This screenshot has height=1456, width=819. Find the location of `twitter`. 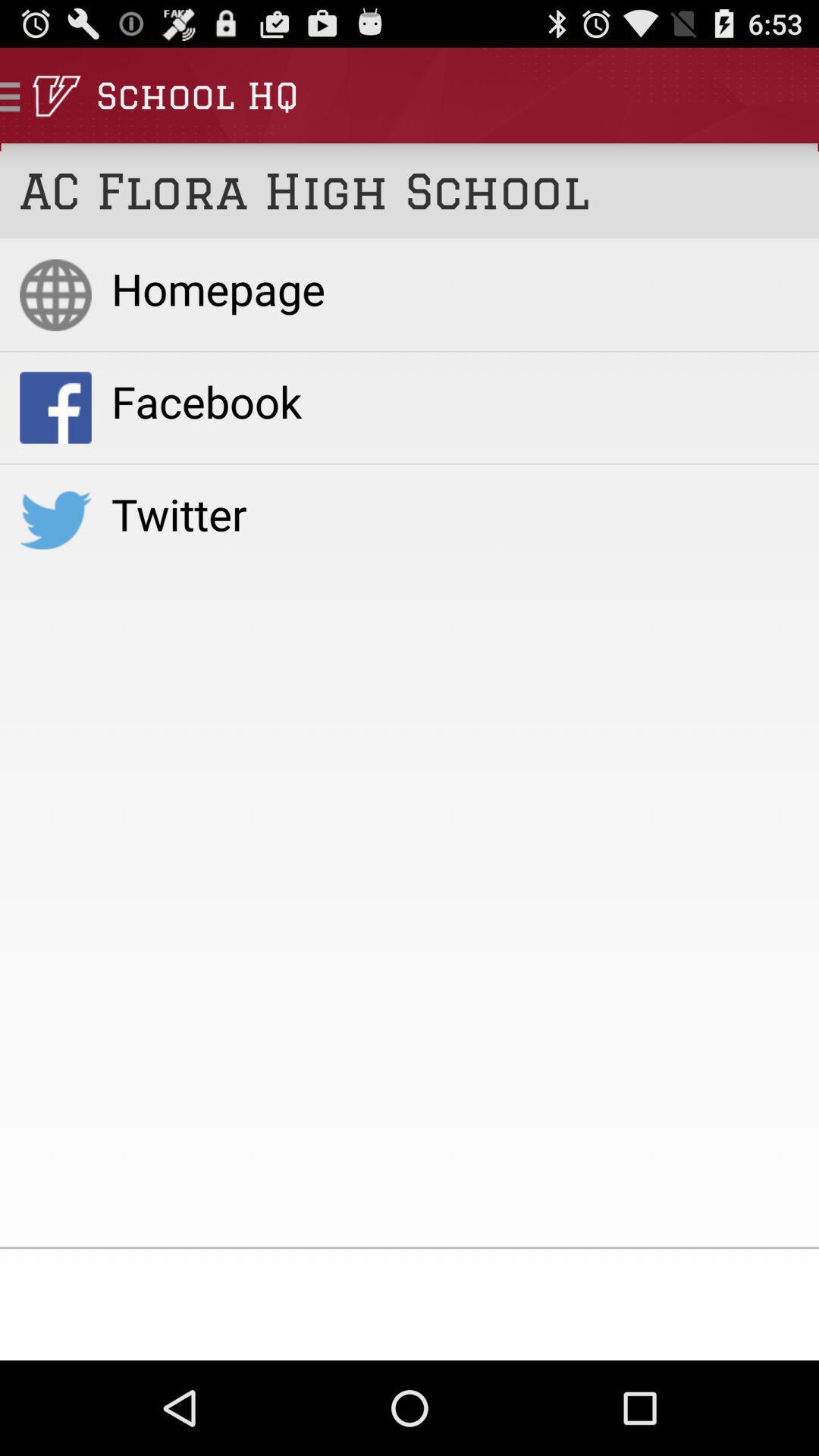

twitter is located at coordinates (454, 513).